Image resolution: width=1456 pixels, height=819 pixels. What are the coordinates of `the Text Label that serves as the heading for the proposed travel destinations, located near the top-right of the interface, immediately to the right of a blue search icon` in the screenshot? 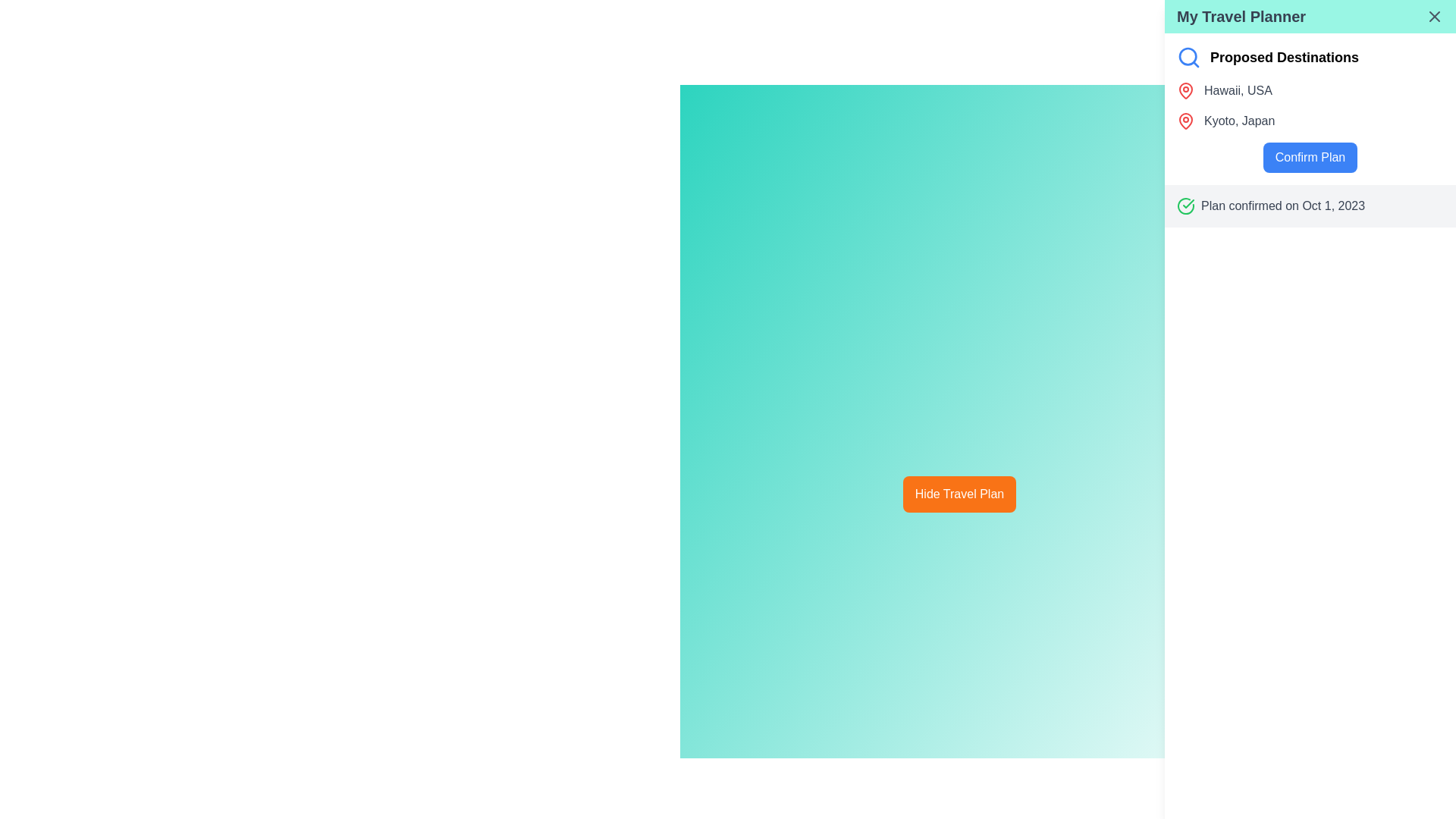 It's located at (1284, 57).